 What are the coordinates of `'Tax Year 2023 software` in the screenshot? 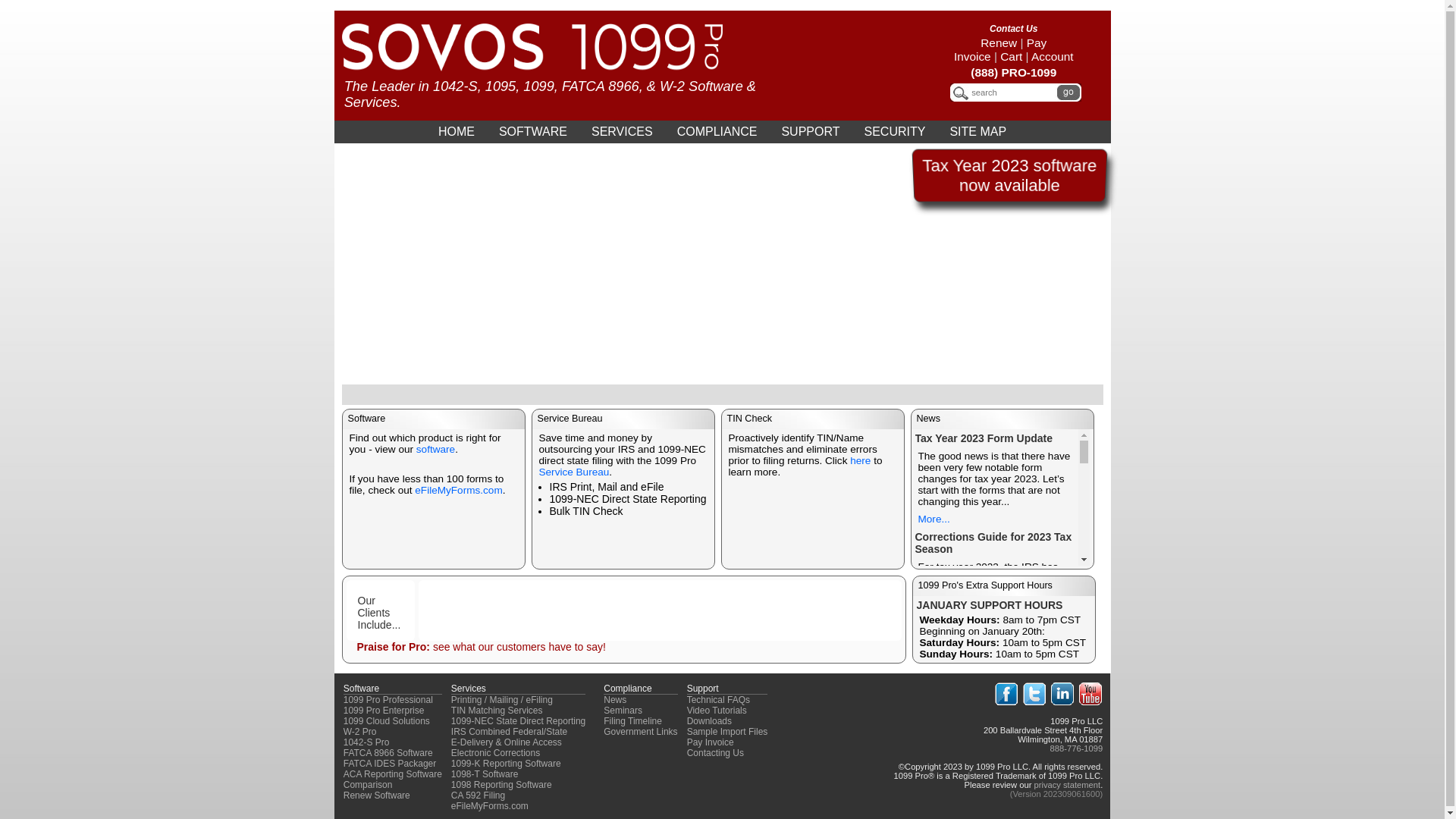 It's located at (921, 174).